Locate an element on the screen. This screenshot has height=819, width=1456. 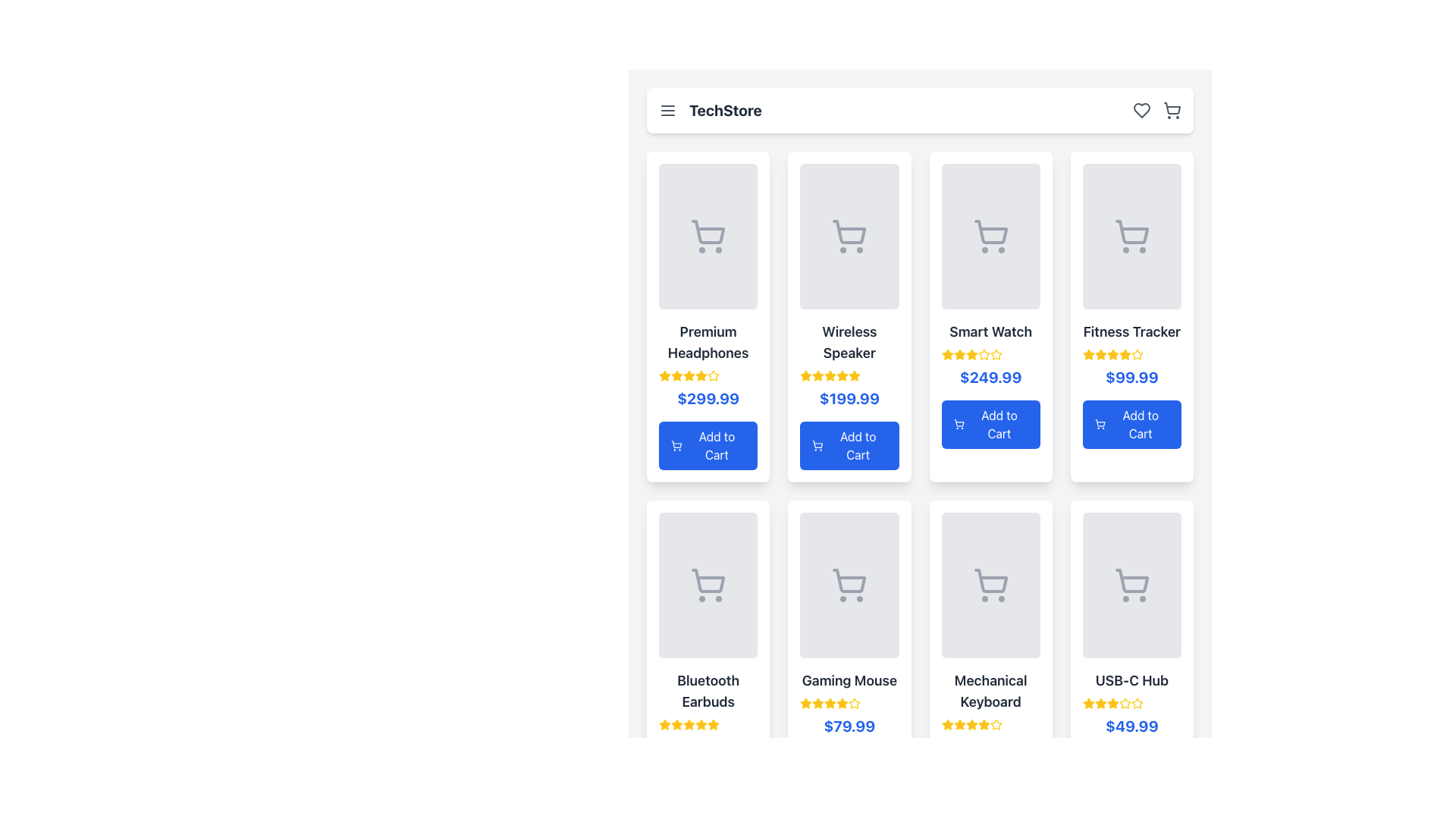
the 'Add to Cart' button for the 'Premium Headphones' product through keyboard navigation is located at coordinates (708, 444).